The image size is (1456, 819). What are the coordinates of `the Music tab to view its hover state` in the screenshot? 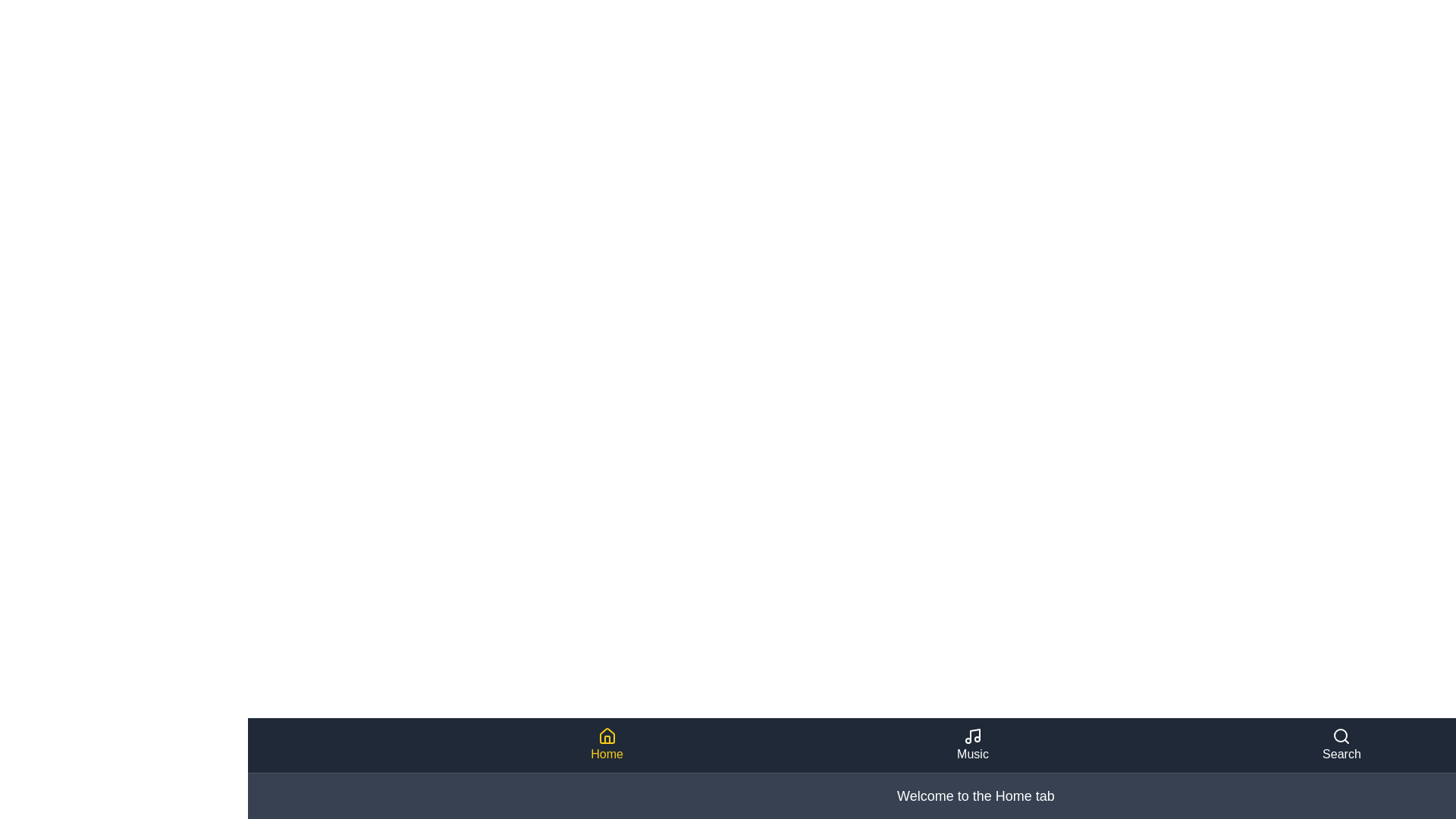 It's located at (972, 745).